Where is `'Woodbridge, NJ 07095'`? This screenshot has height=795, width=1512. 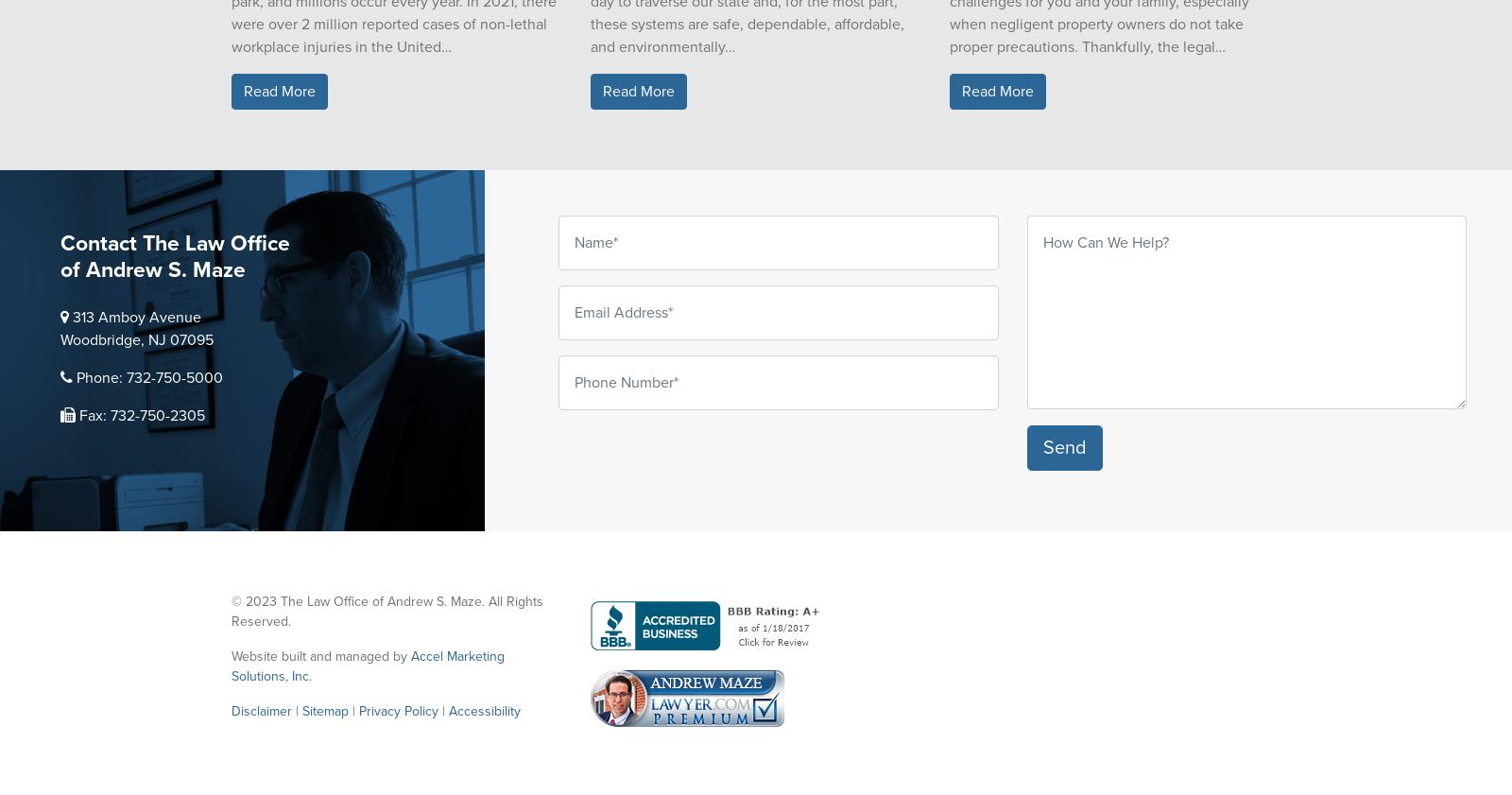
'Woodbridge, NJ 07095' is located at coordinates (135, 339).